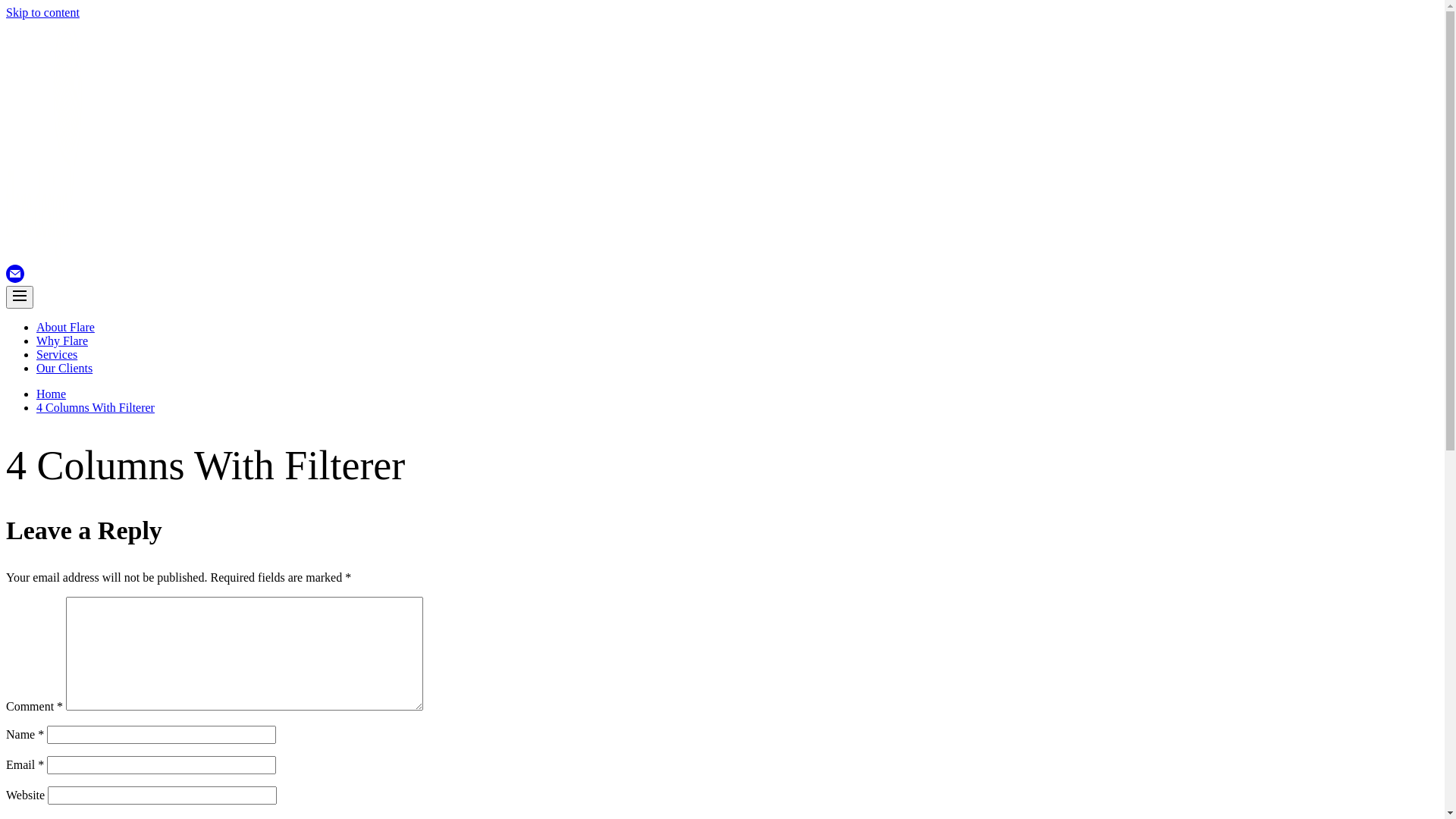  Describe the element at coordinates (36, 368) in the screenshot. I see `'Our Clients'` at that location.